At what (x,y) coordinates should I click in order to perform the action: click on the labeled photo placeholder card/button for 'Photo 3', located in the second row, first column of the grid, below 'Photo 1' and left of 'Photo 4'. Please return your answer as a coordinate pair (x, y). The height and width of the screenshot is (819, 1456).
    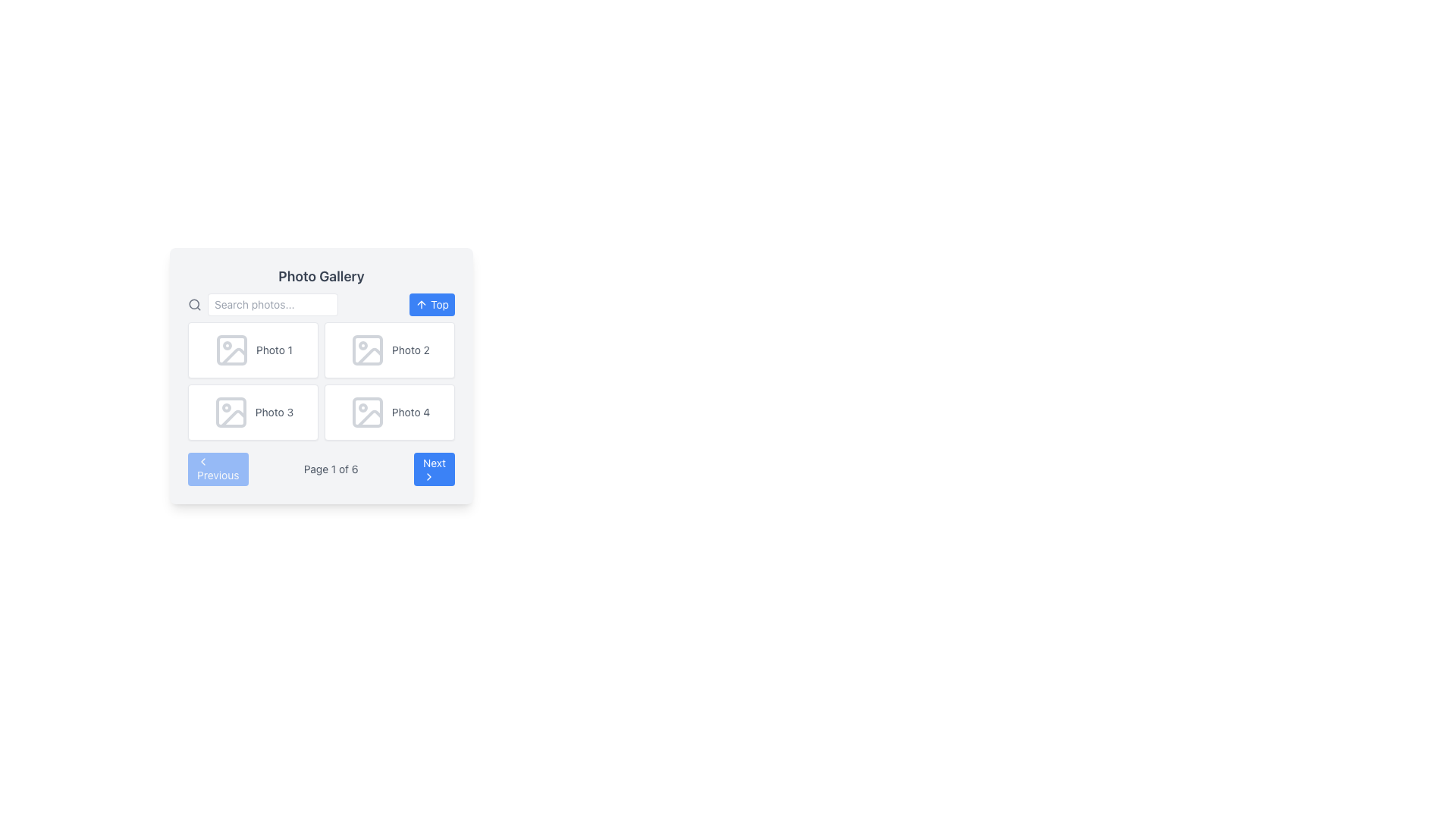
    Looking at the image, I should click on (253, 412).